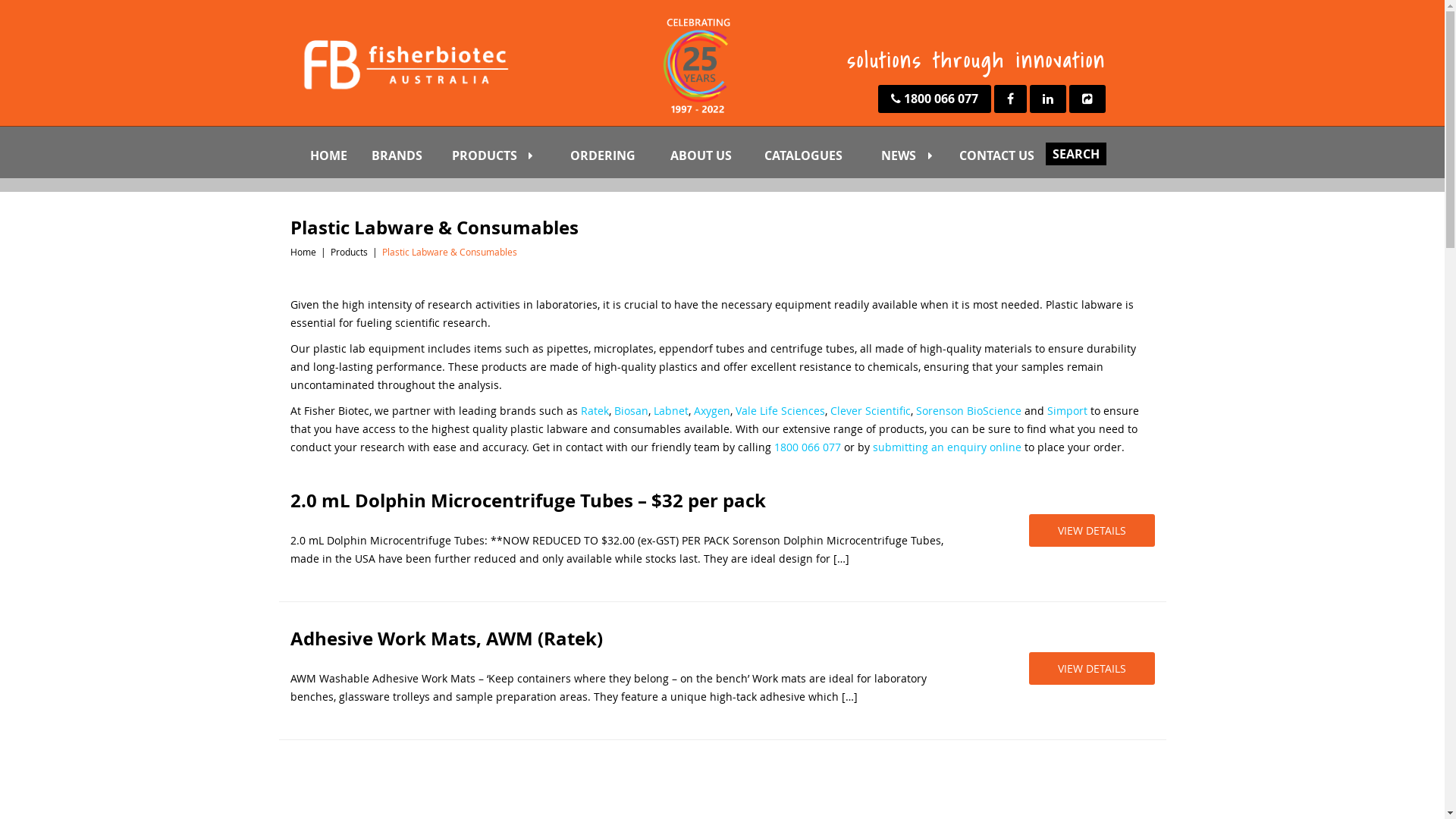 The width and height of the screenshot is (1456, 819). Describe the element at coordinates (806, 446) in the screenshot. I see `'1800 066 077'` at that location.